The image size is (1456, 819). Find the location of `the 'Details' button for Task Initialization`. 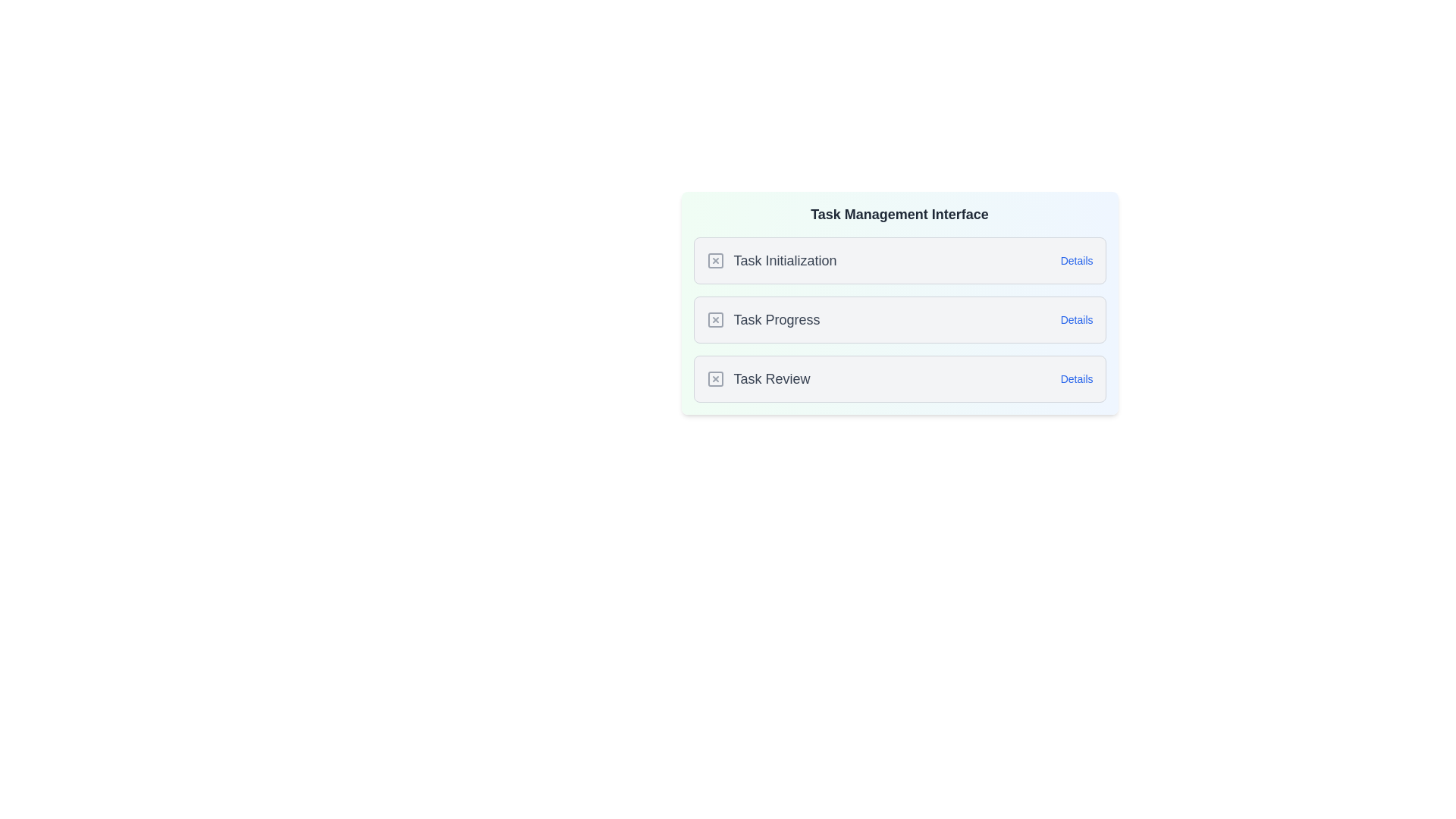

the 'Details' button for Task Initialization is located at coordinates (1076, 259).